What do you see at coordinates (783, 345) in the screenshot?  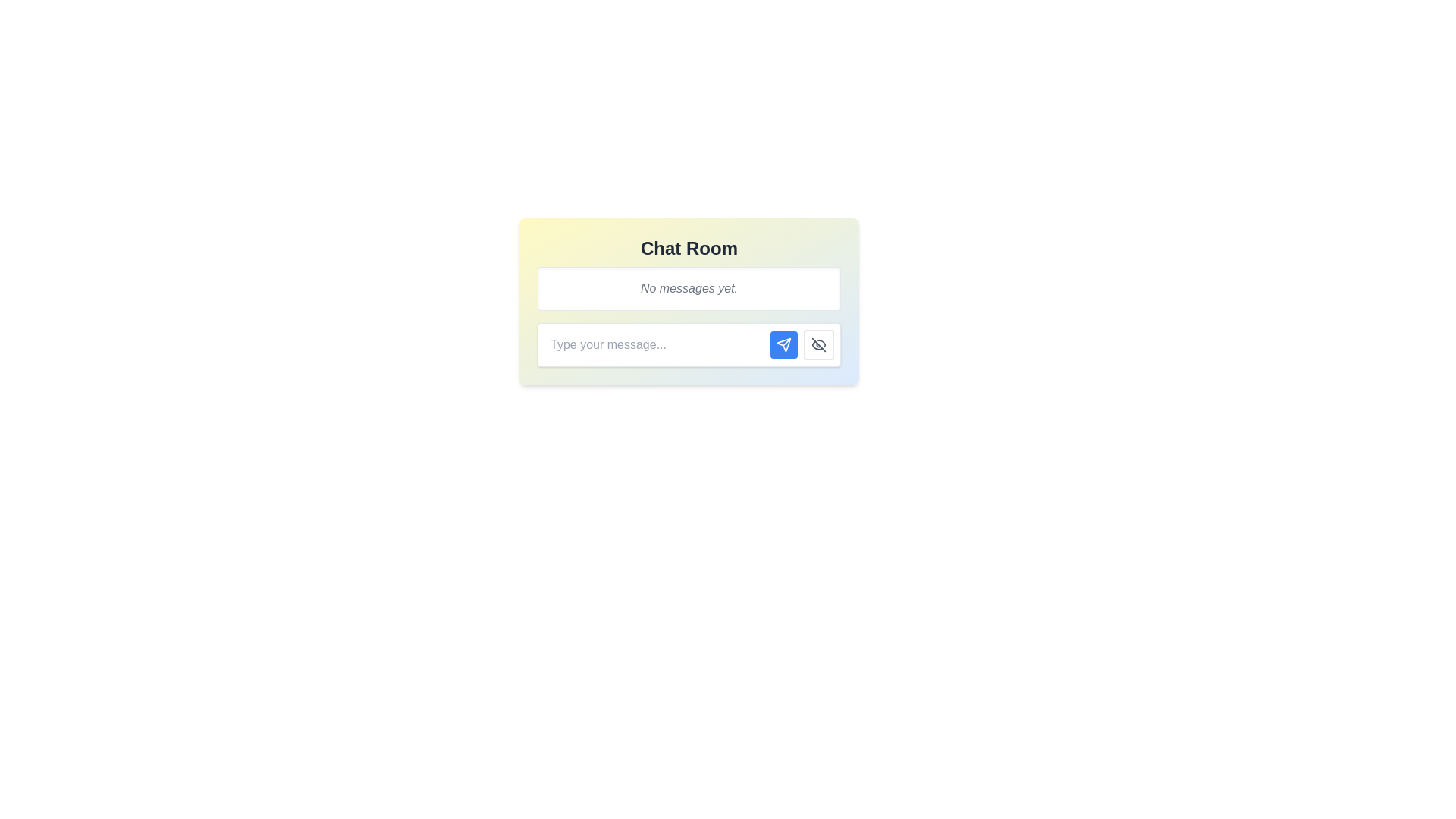 I see `the leftmost graphical element of the 'send' icon, which is part of the input field for typing messages` at bounding box center [783, 345].